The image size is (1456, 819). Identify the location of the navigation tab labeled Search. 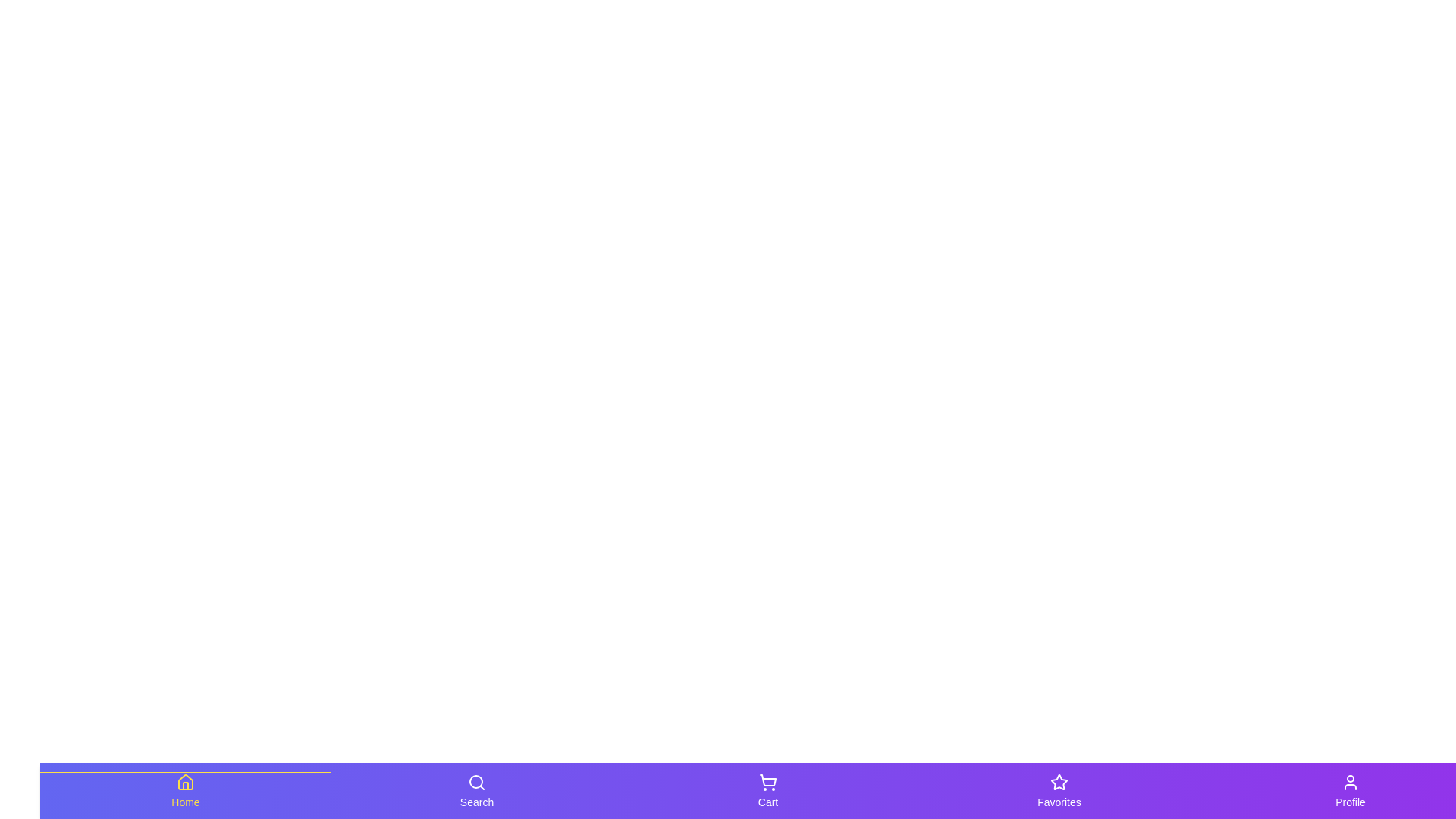
(475, 789).